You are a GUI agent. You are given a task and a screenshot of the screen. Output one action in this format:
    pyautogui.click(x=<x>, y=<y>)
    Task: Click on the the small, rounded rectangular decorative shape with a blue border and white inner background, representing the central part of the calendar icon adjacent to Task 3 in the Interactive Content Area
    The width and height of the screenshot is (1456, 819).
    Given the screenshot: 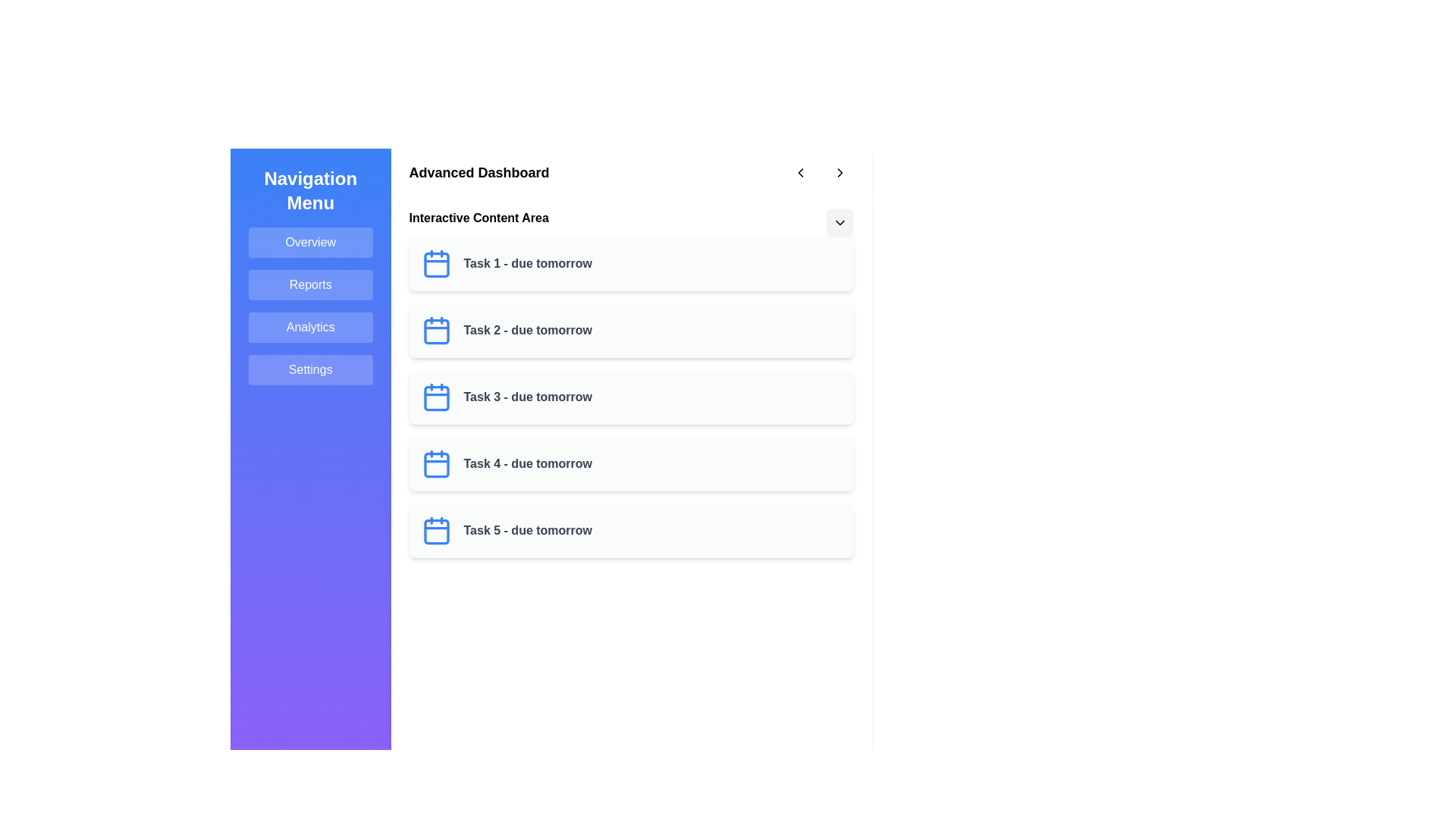 What is the action you would take?
    pyautogui.click(x=435, y=397)
    